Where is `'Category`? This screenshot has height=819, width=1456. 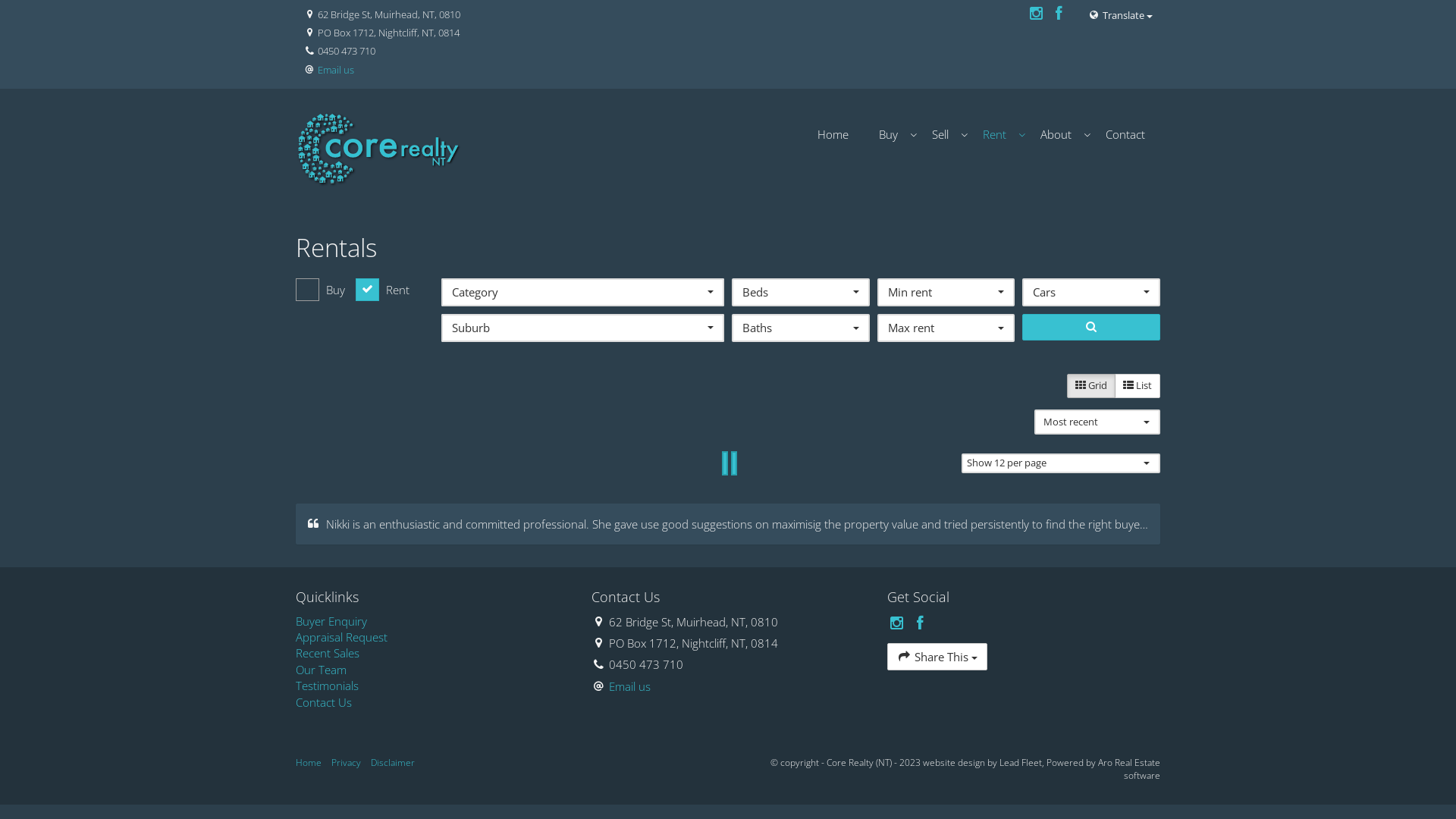
'Category is located at coordinates (582, 292).